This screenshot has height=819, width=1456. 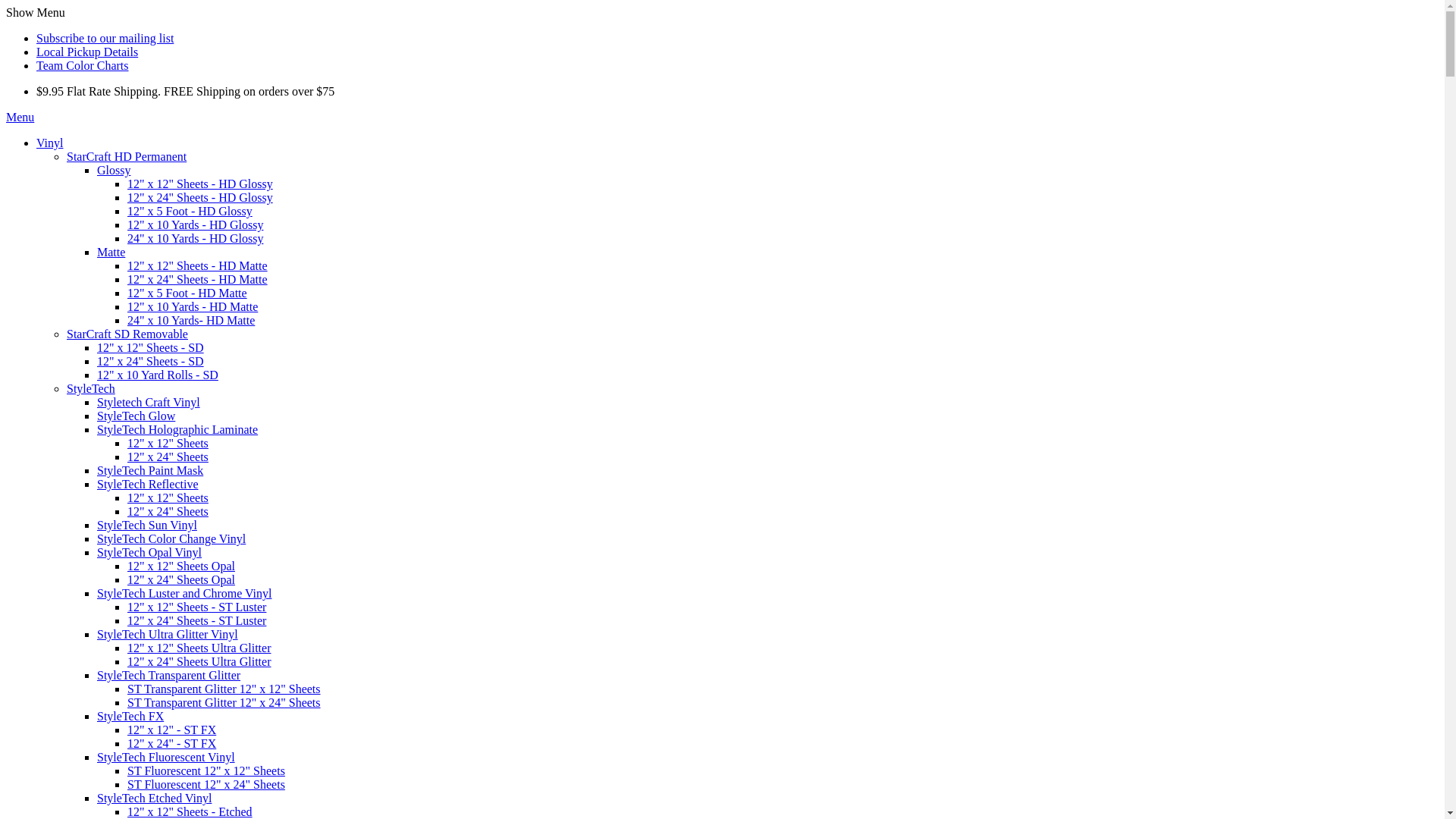 What do you see at coordinates (168, 497) in the screenshot?
I see `'12" x 12" Sheets'` at bounding box center [168, 497].